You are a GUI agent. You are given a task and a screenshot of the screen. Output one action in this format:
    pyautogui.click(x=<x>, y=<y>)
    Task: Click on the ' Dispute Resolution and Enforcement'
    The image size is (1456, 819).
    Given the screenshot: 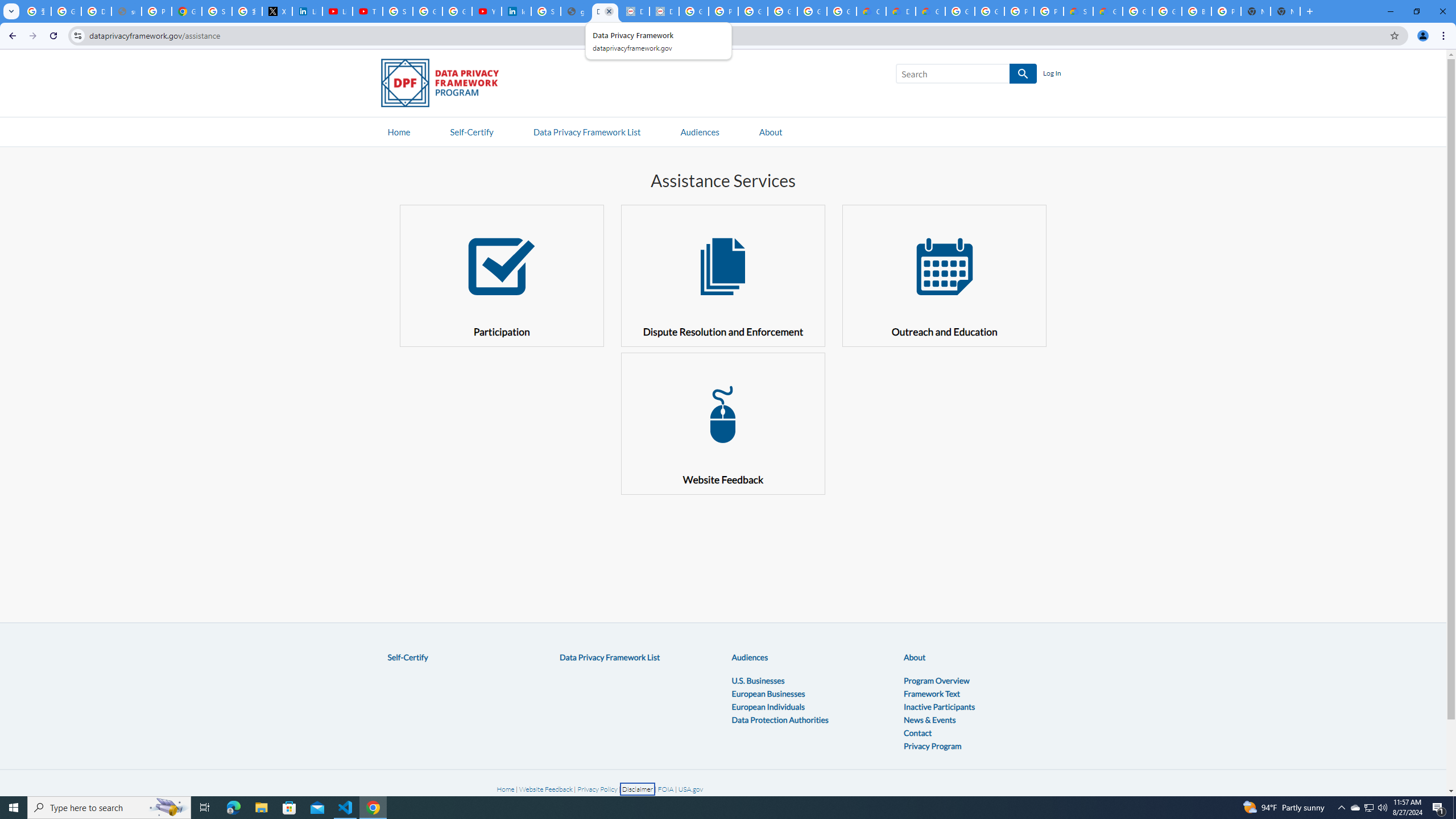 What is the action you would take?
    pyautogui.click(x=723, y=275)
    